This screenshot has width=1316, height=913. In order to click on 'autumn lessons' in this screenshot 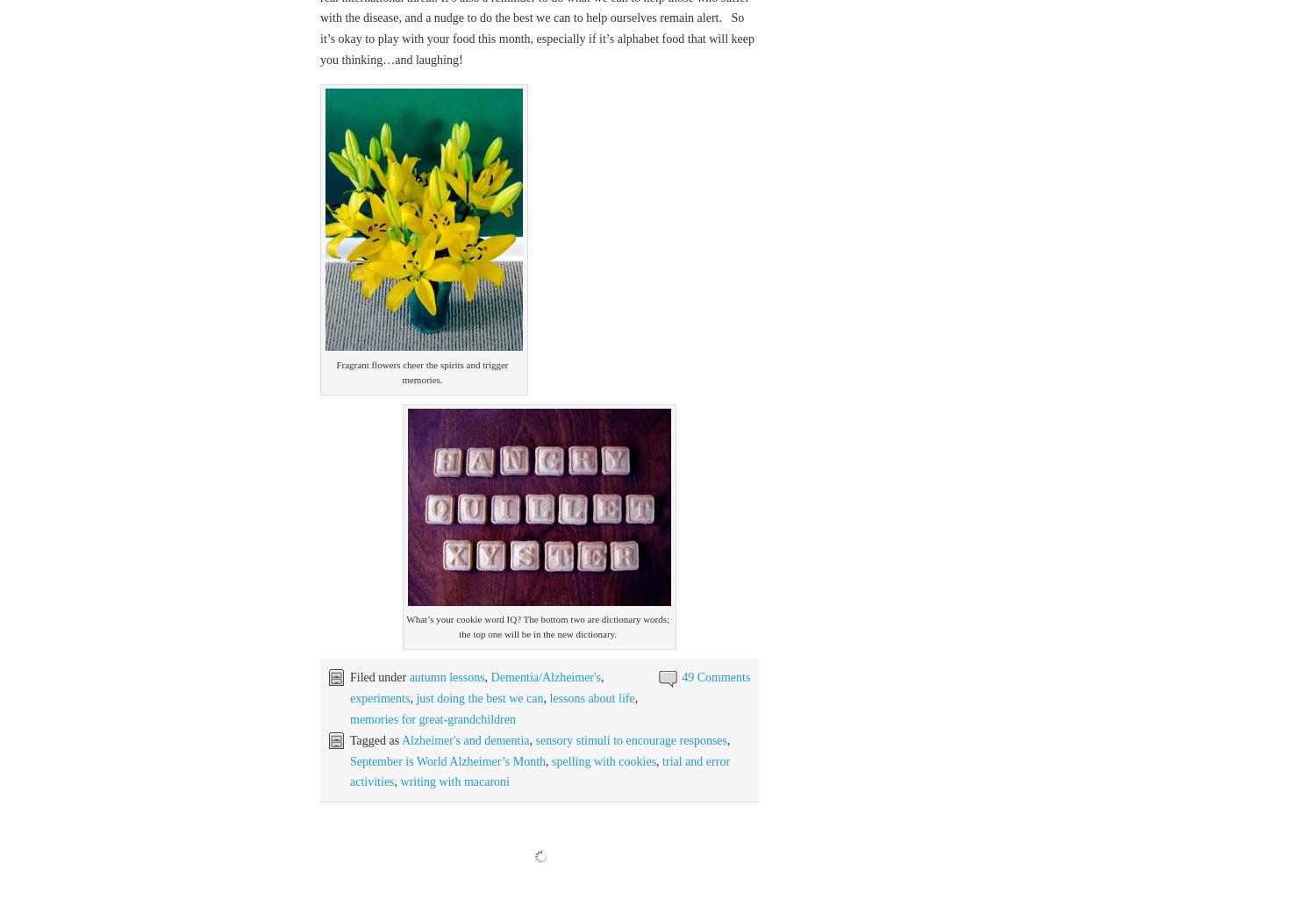, I will do `click(446, 677)`.